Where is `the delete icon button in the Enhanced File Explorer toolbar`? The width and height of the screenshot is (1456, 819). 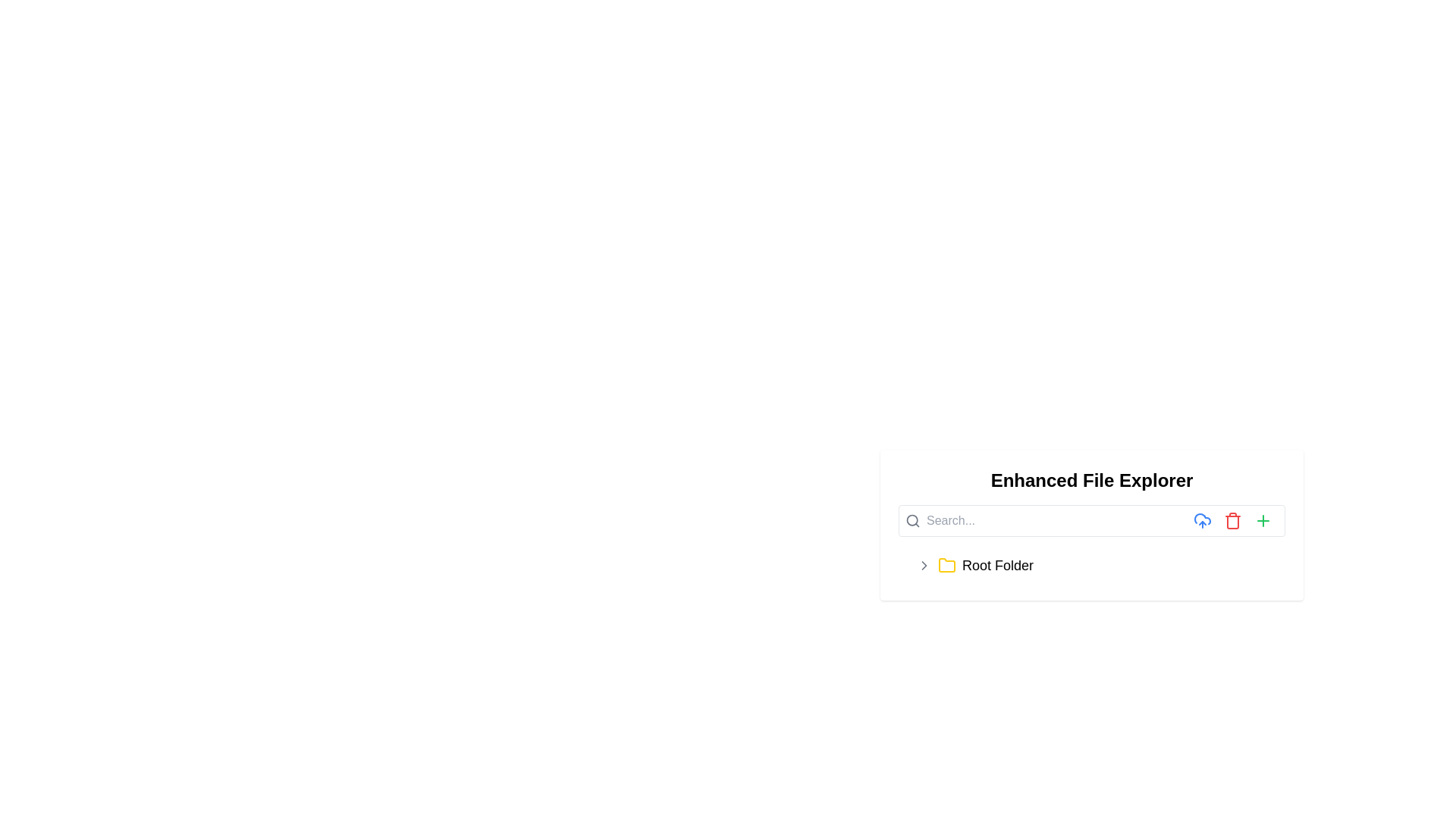 the delete icon button in the Enhanced File Explorer toolbar is located at coordinates (1233, 519).